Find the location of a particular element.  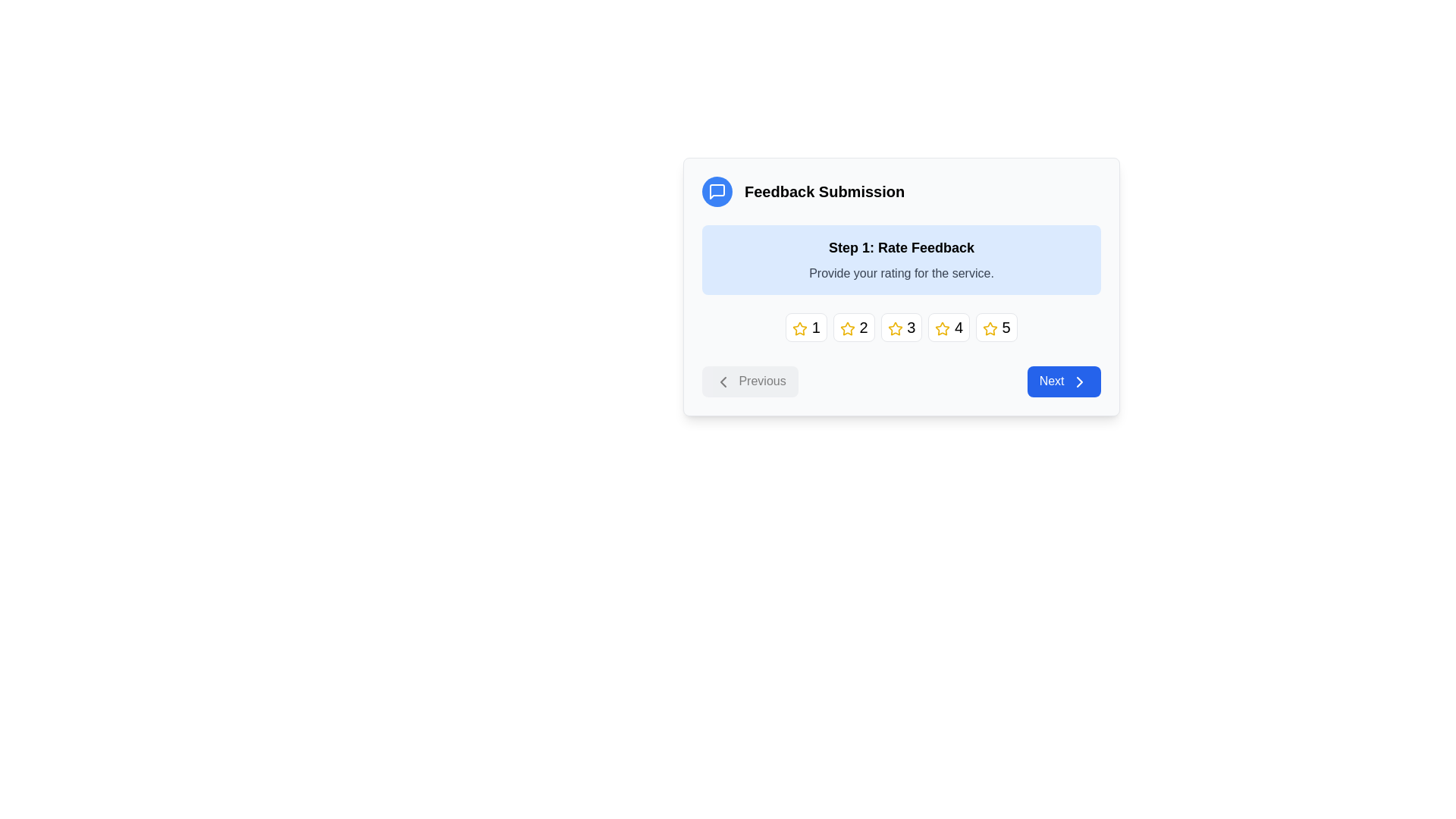

the decorative star icon, which is styled with a yellow fill and outlined in a bold stroke, located inside the button labeled '2' in the rating options is located at coordinates (847, 328).